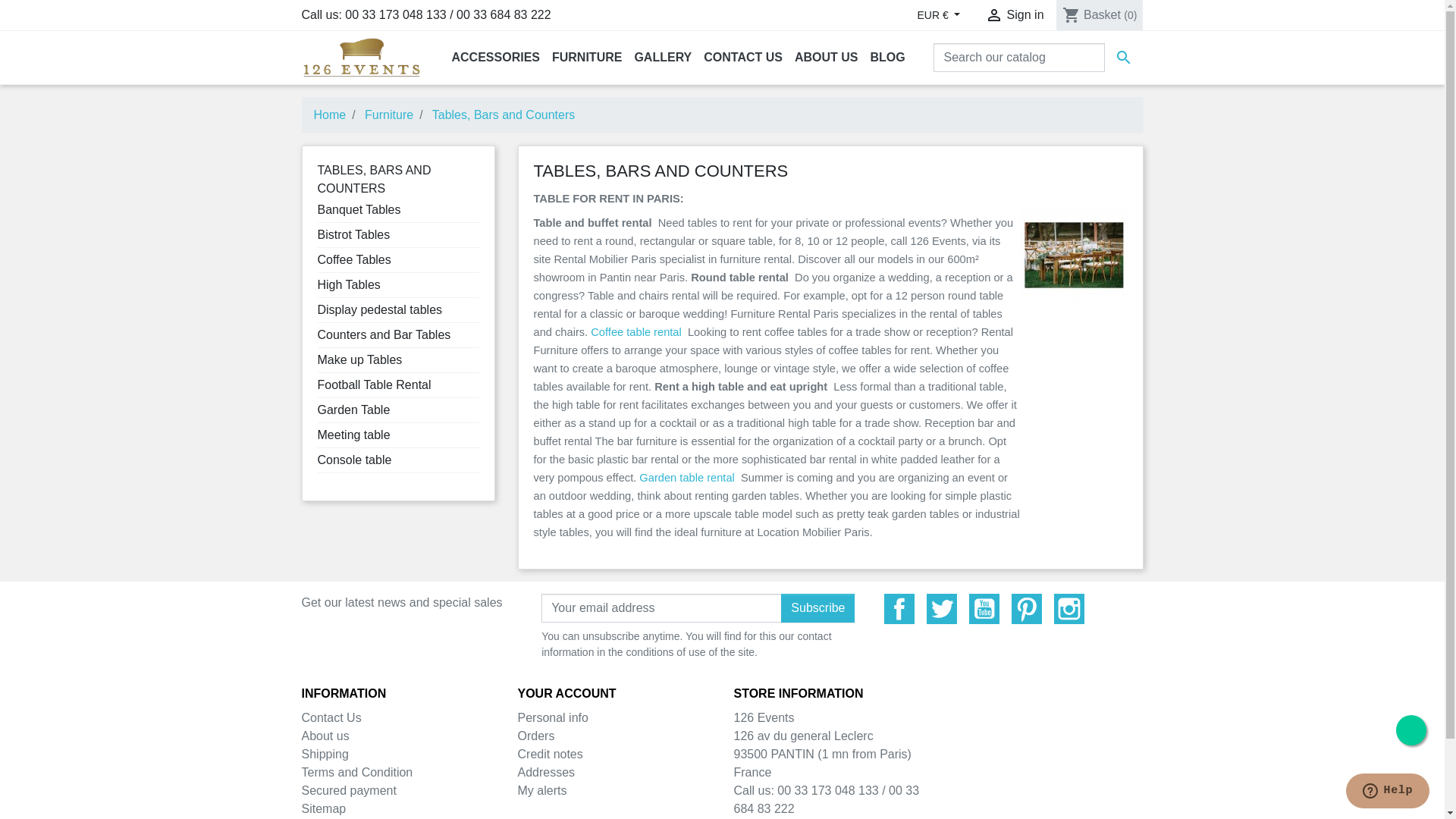 This screenshot has height=819, width=1456. Describe the element at coordinates (585, 57) in the screenshot. I see `'FURNITURE'` at that location.